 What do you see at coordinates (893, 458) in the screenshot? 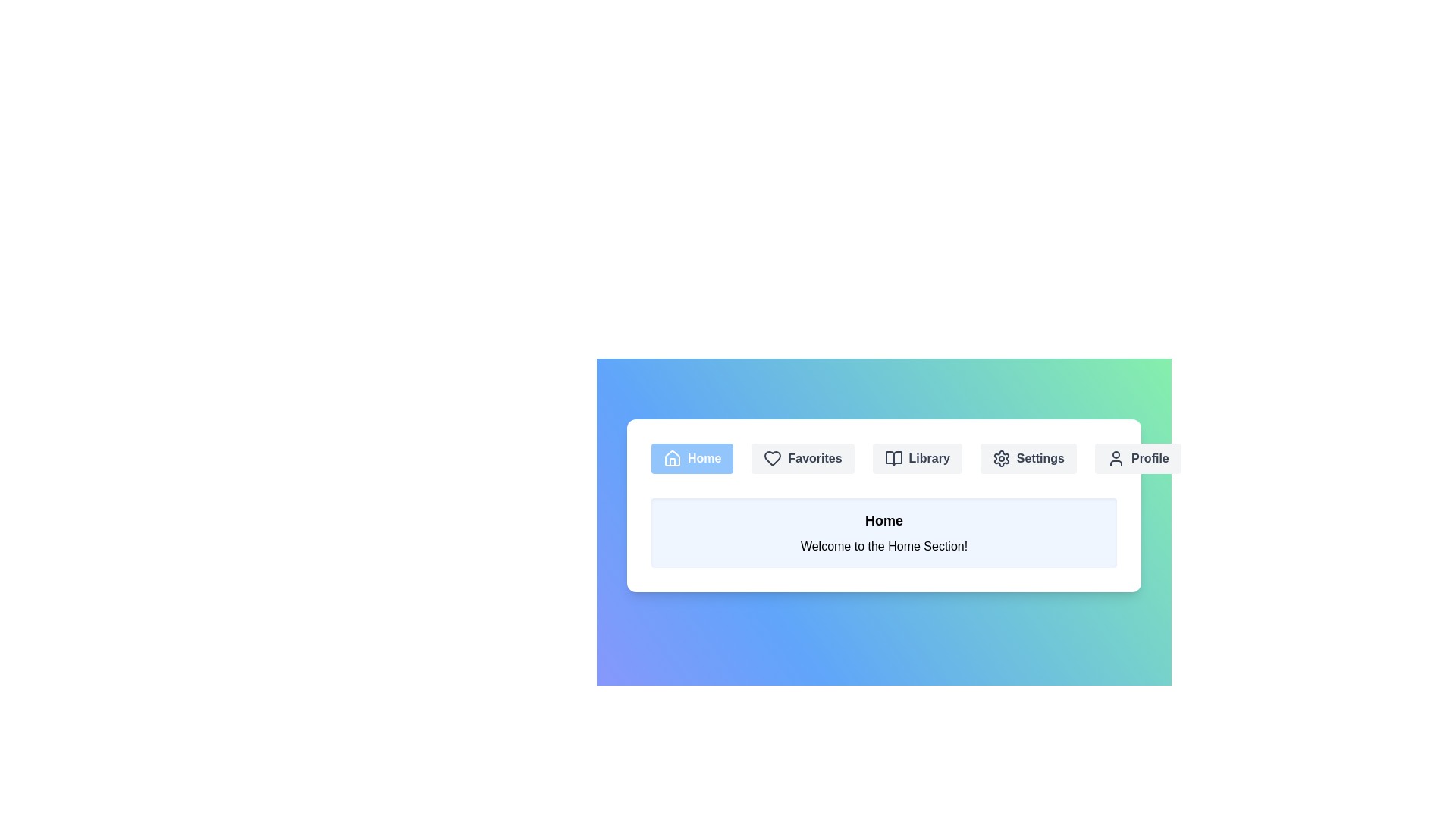
I see `the 'Library' navigation icon, which is the first graphic on the left within the 'Library' button, centrally located in the navigation bar` at bounding box center [893, 458].